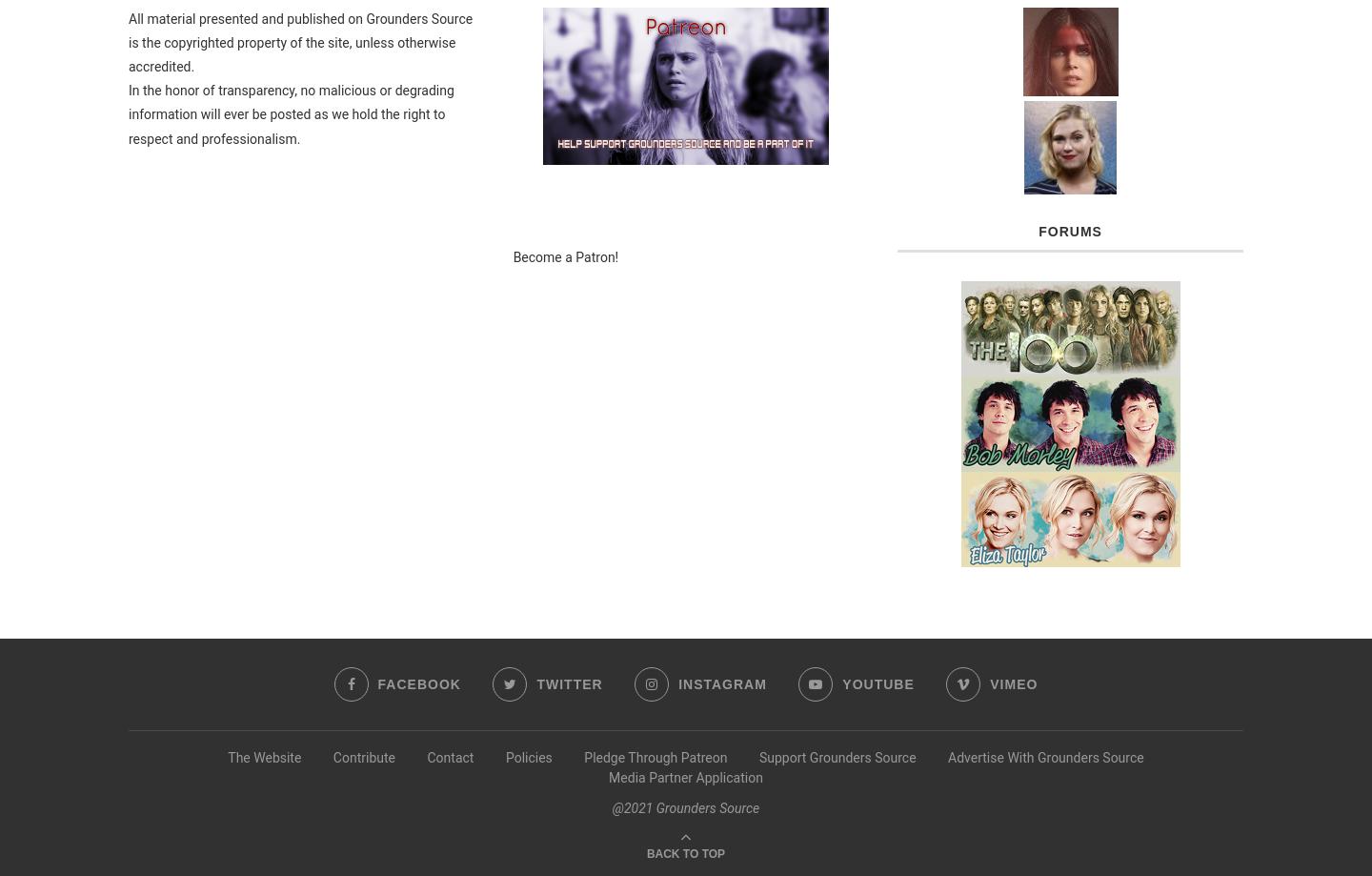 The height and width of the screenshot is (876, 1372). What do you see at coordinates (989, 682) in the screenshot?
I see `'Vimeo'` at bounding box center [989, 682].